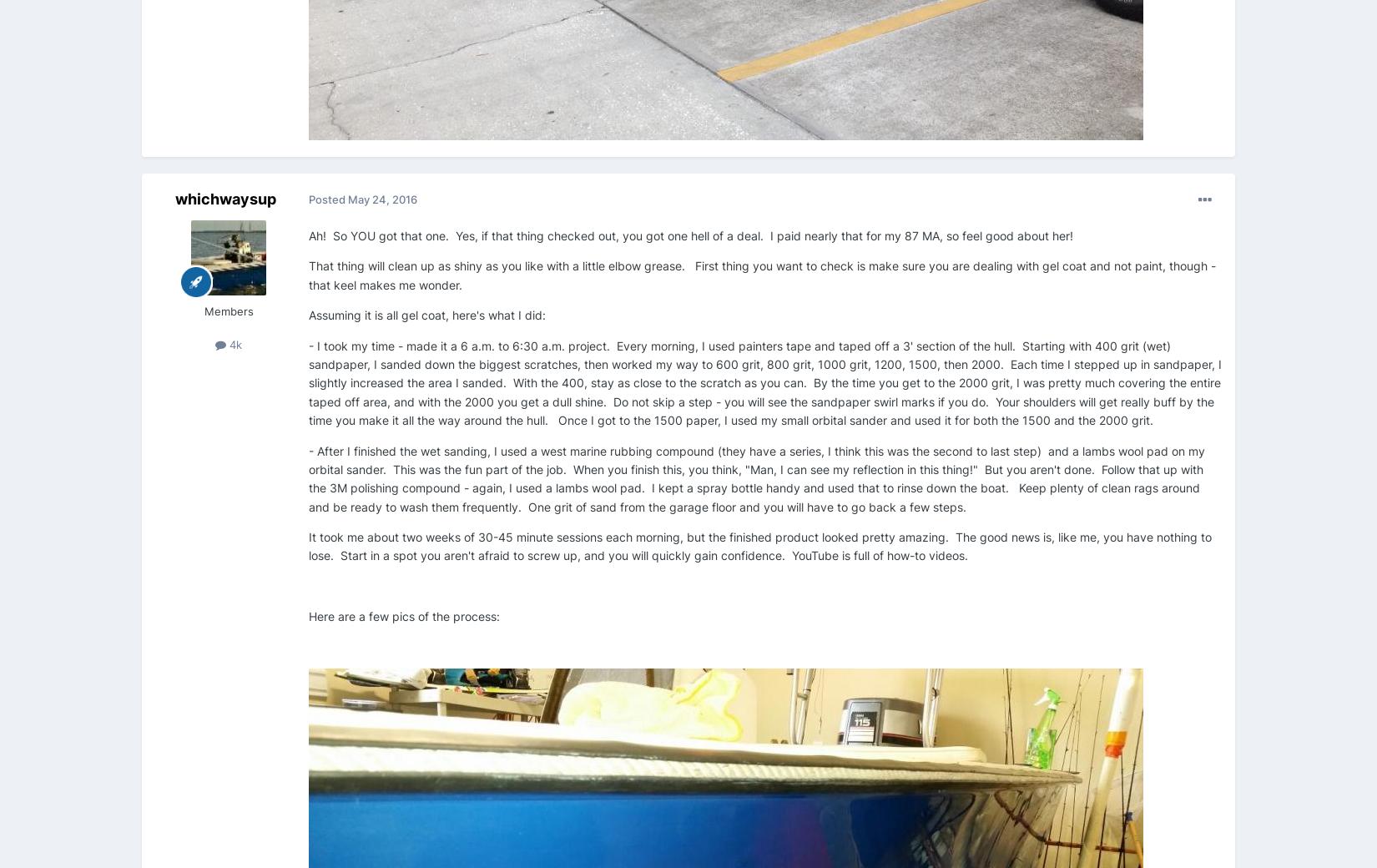 Image resolution: width=1377 pixels, height=868 pixels. What do you see at coordinates (762, 274) in the screenshot?
I see `'That thing will clean up as shiny as you like with a little elbow grease.   First thing you want to check is make sure you are dealing with gel coat and not paint, though - that keel makes me wonder.'` at bounding box center [762, 274].